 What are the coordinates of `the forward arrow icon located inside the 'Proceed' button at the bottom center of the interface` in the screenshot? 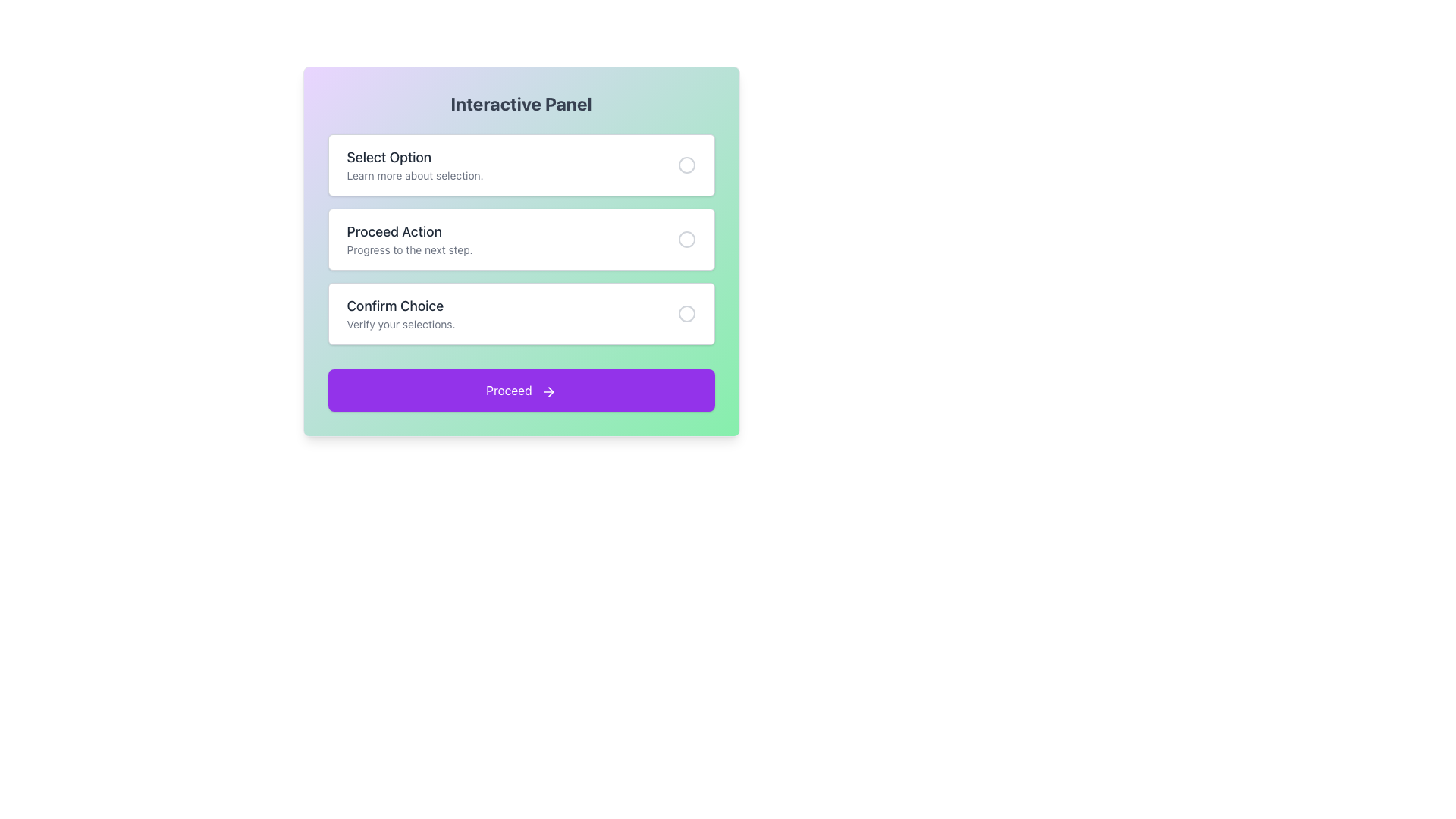 It's located at (548, 391).